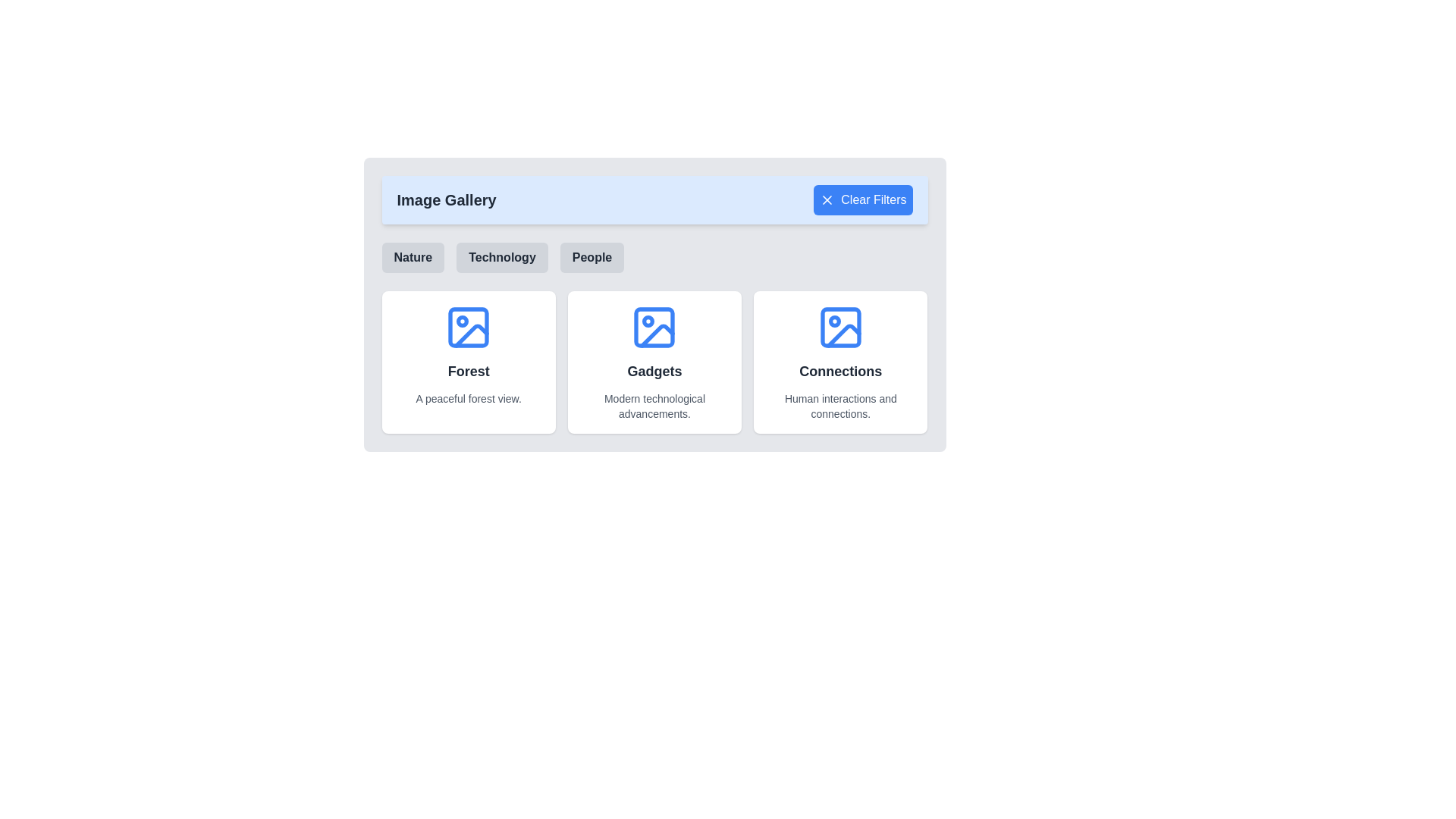  I want to click on the 'Technology' button, which is a gray rectangular button with rounded corners and bold centered text, located between the 'Nature' and 'People' buttons under the 'Image Gallery' header, so click(502, 256).